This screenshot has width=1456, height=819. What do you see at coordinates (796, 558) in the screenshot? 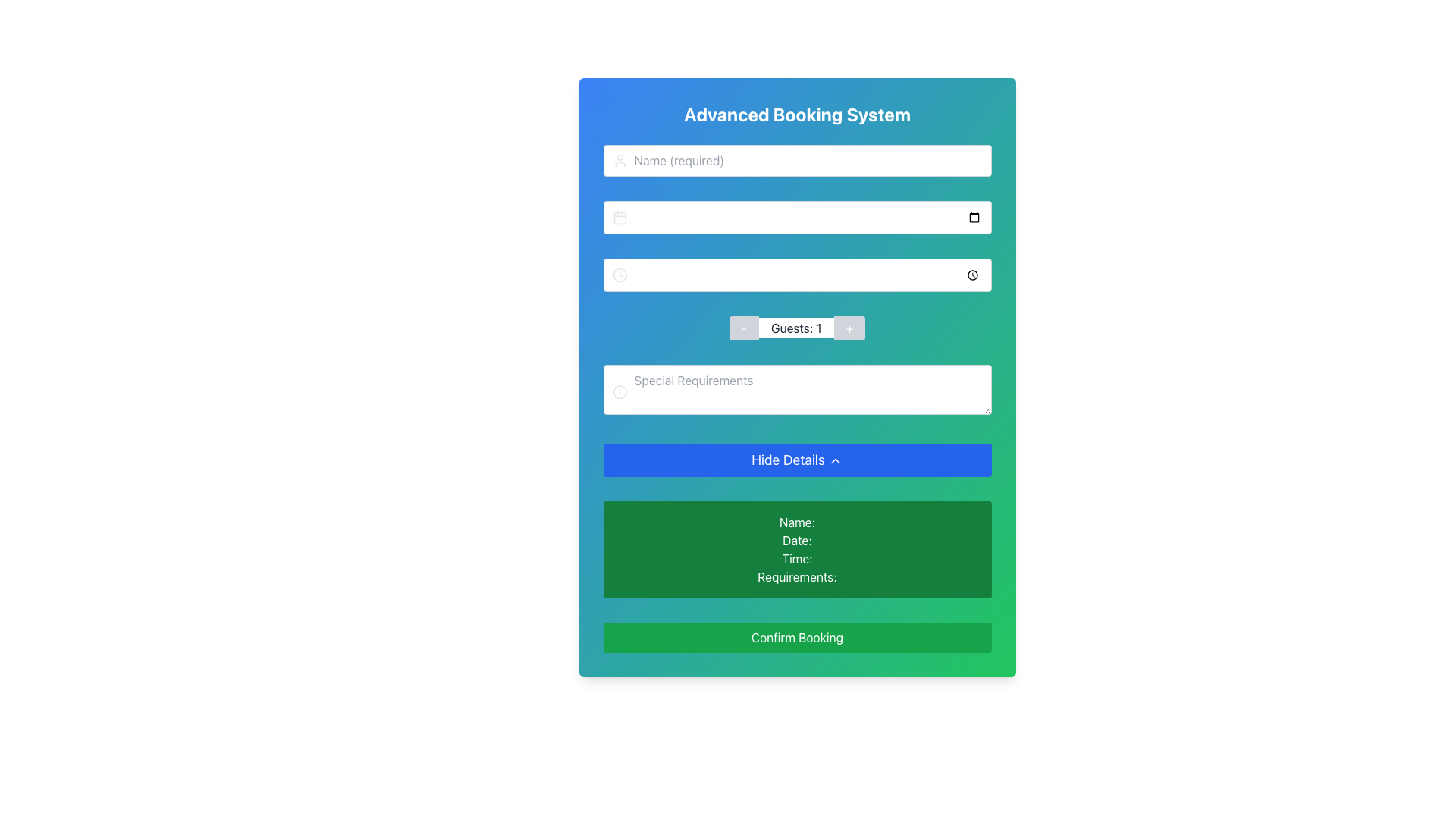
I see `the 'Time:' label which indicates the section related to time in the booking form, positioned between 'Date:' and 'Requirements:' labels` at bounding box center [796, 558].